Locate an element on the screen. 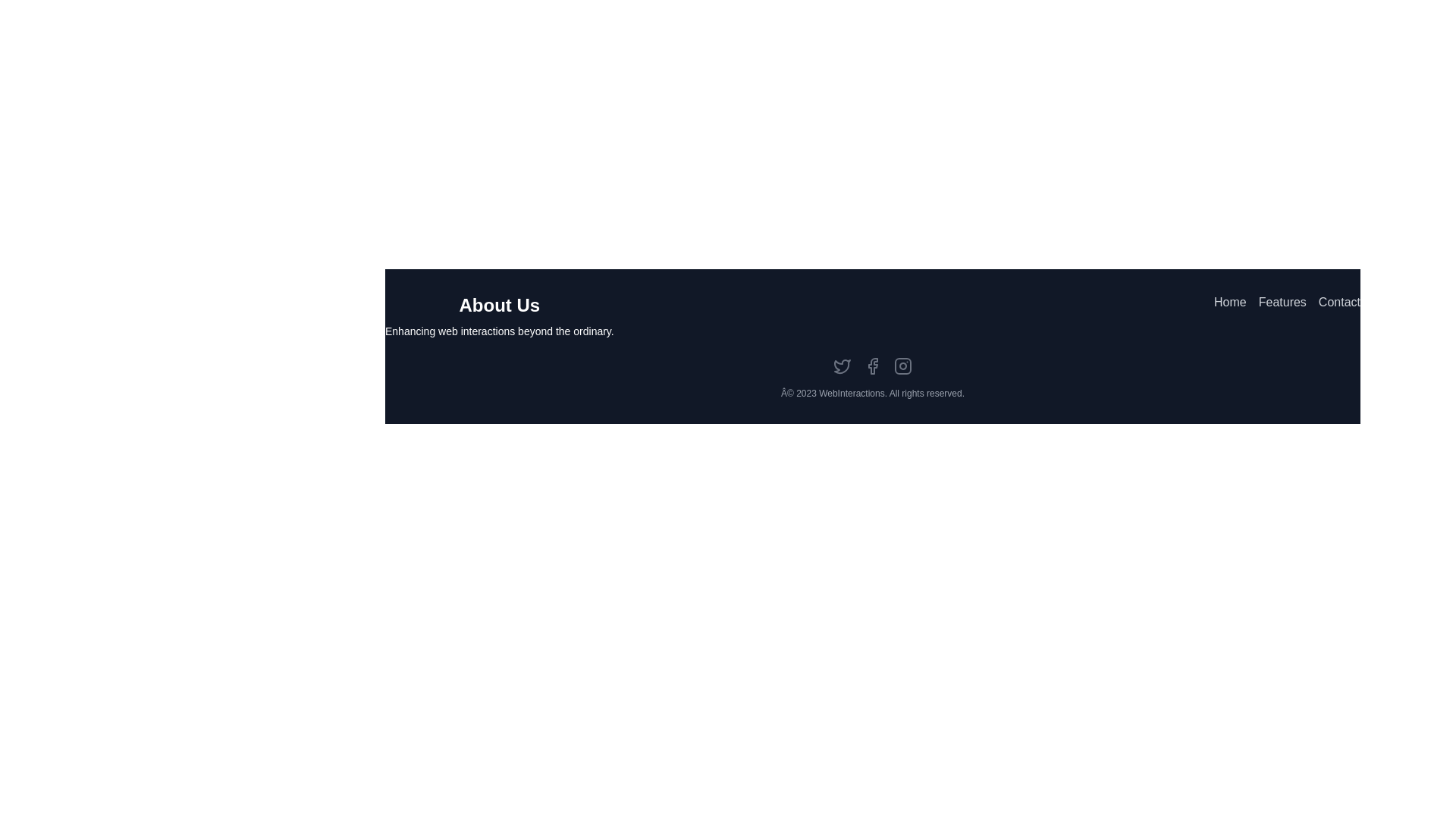 The width and height of the screenshot is (1456, 819). text component that reads 'Enhancing web interactions beyond the ordinary.' located below the 'About Us' title, for reading purposes is located at coordinates (499, 330).